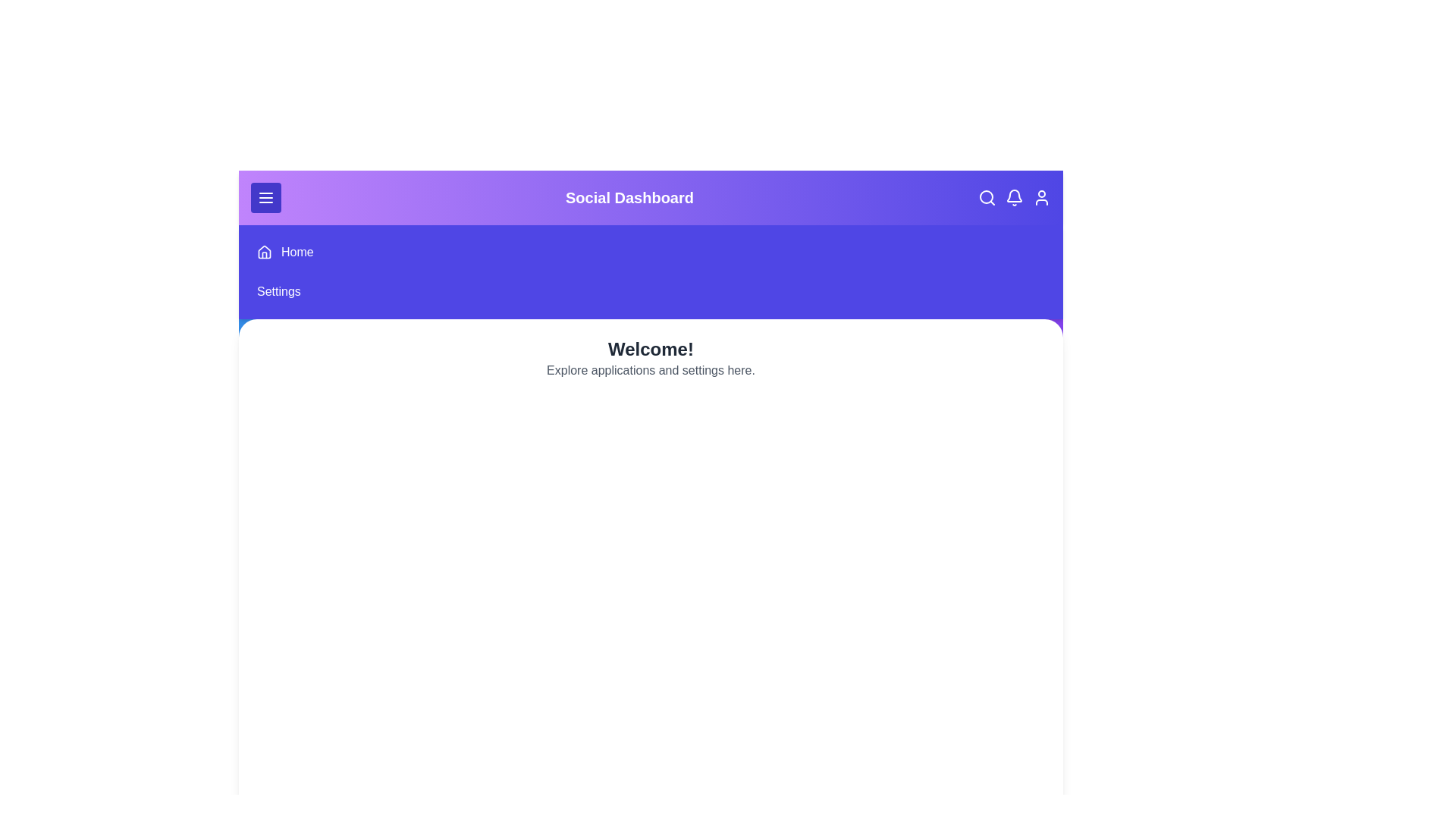 The image size is (1456, 819). I want to click on the menu button to toggle the menu visibility, so click(265, 197).